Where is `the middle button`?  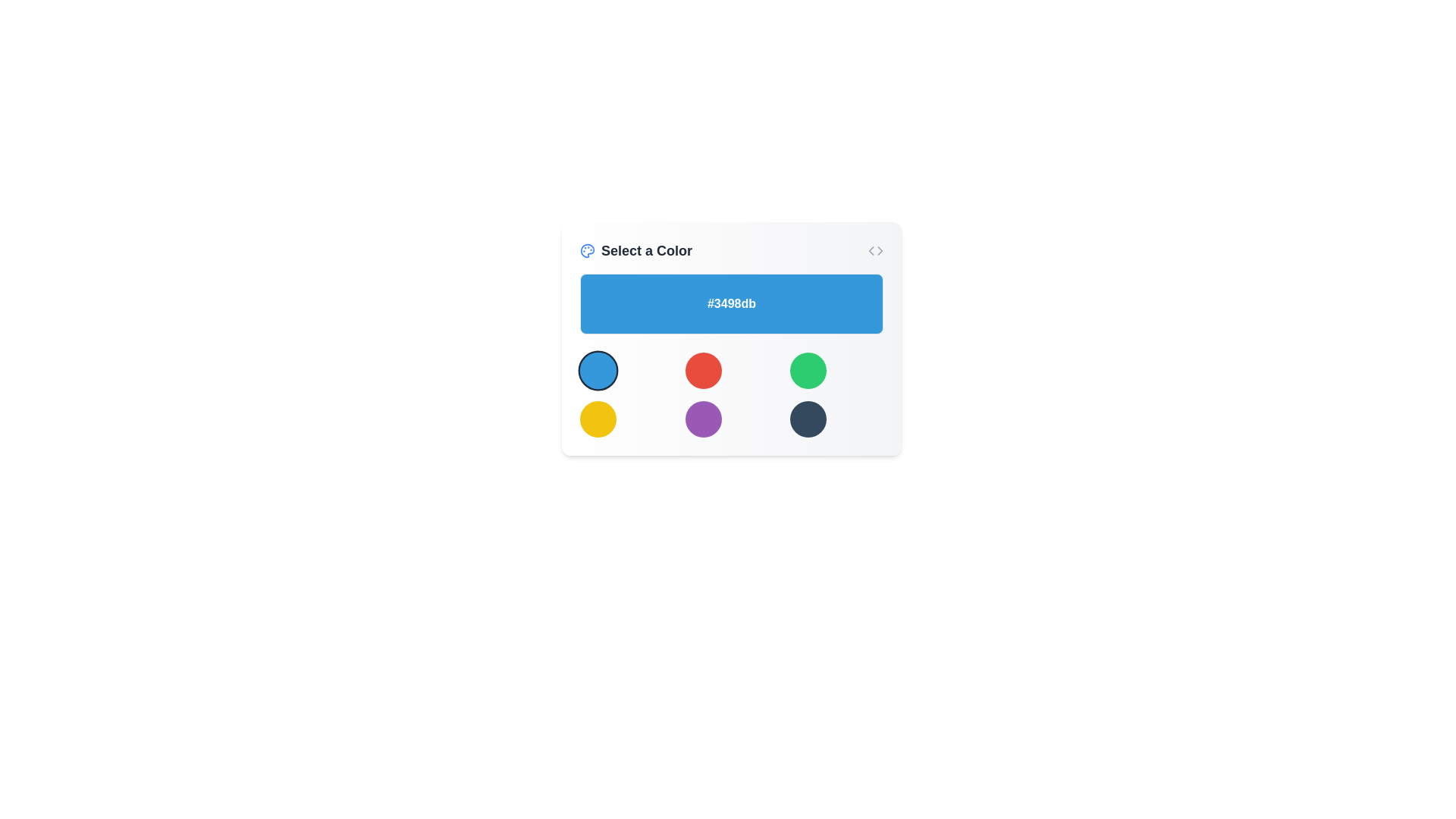 the middle button is located at coordinates (702, 419).